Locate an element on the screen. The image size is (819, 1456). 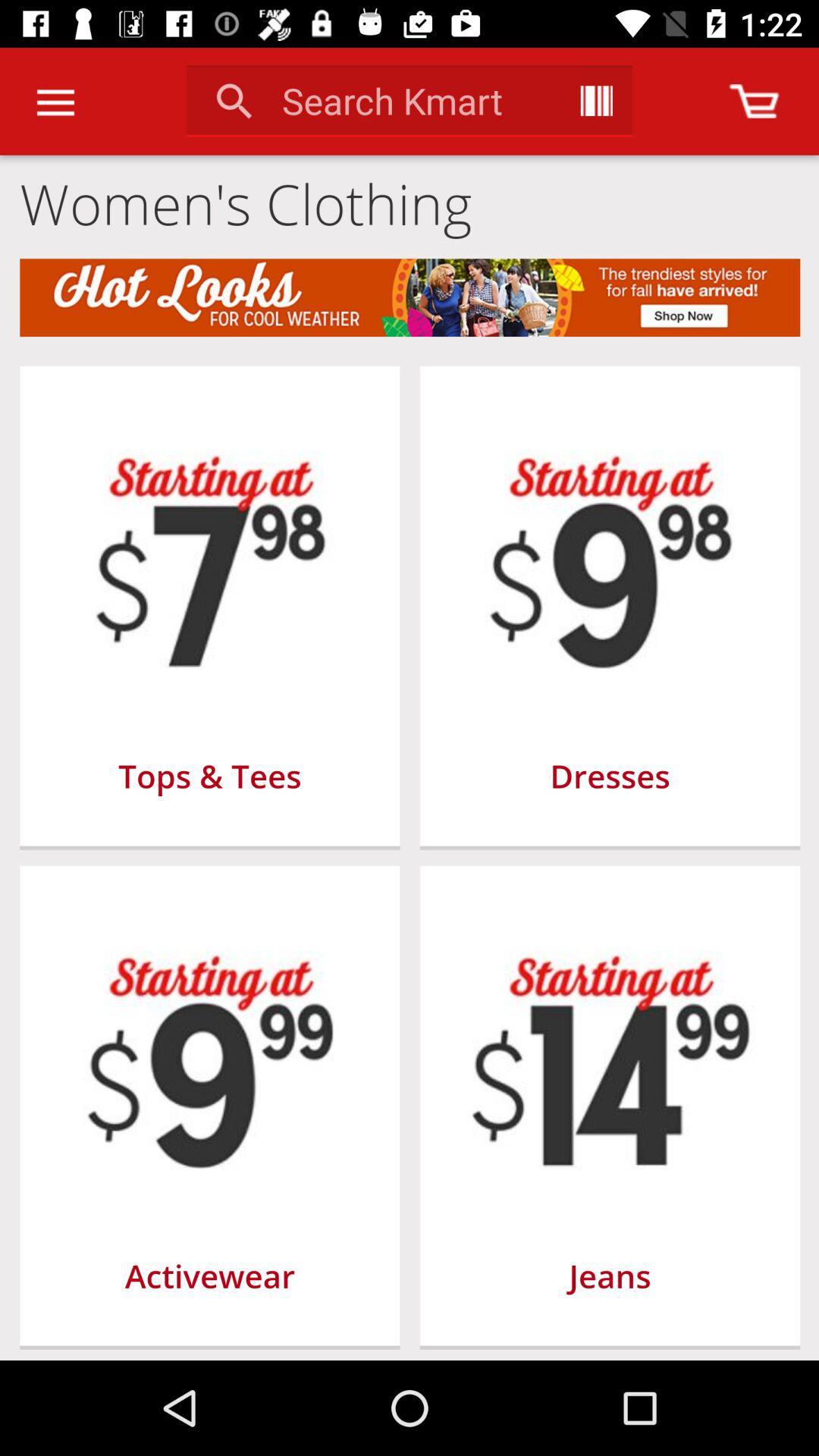
search by barcode is located at coordinates (595, 100).